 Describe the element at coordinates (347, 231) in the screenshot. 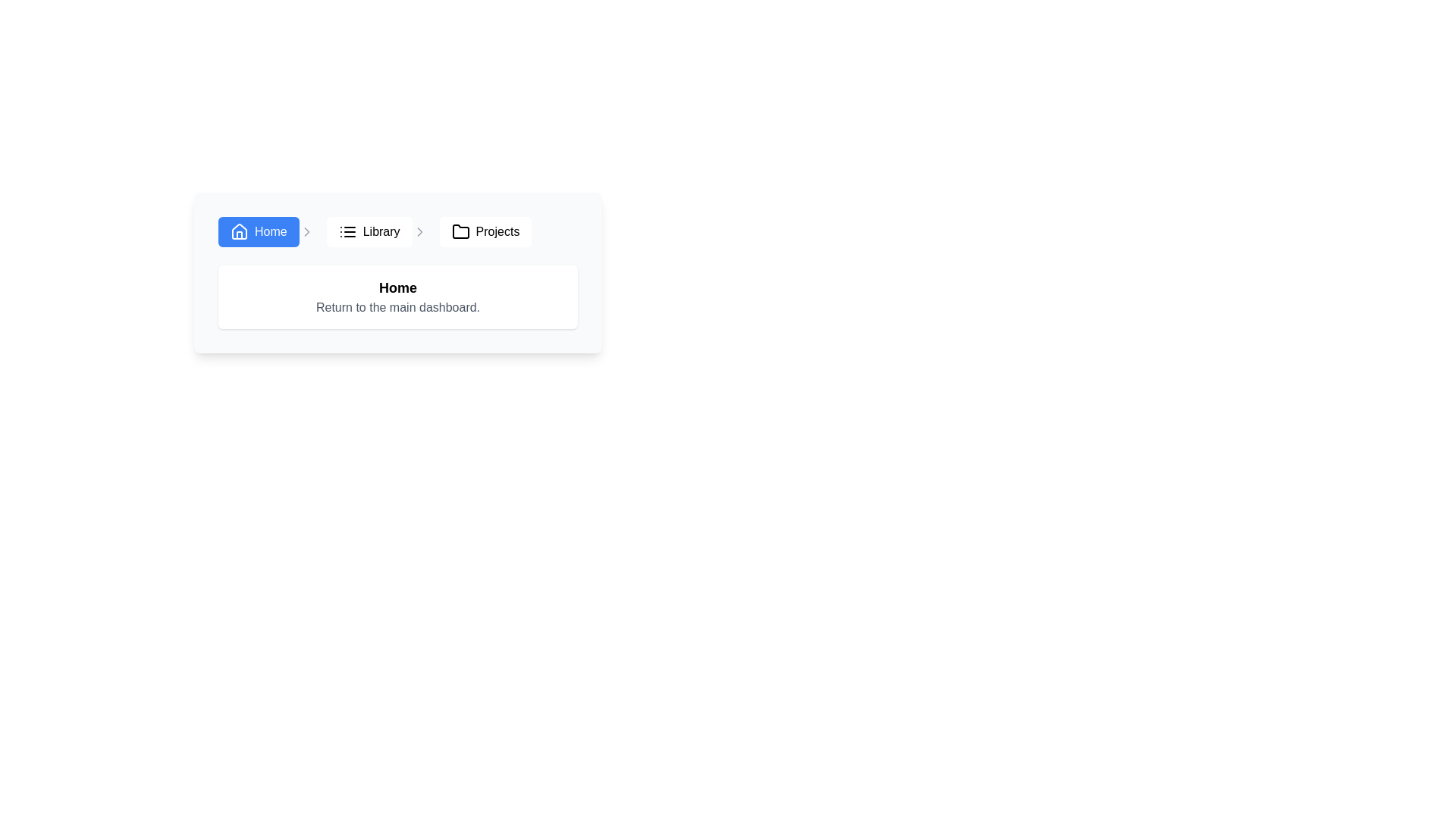

I see `the small list-like icon located to the left of the 'Library' text` at that location.